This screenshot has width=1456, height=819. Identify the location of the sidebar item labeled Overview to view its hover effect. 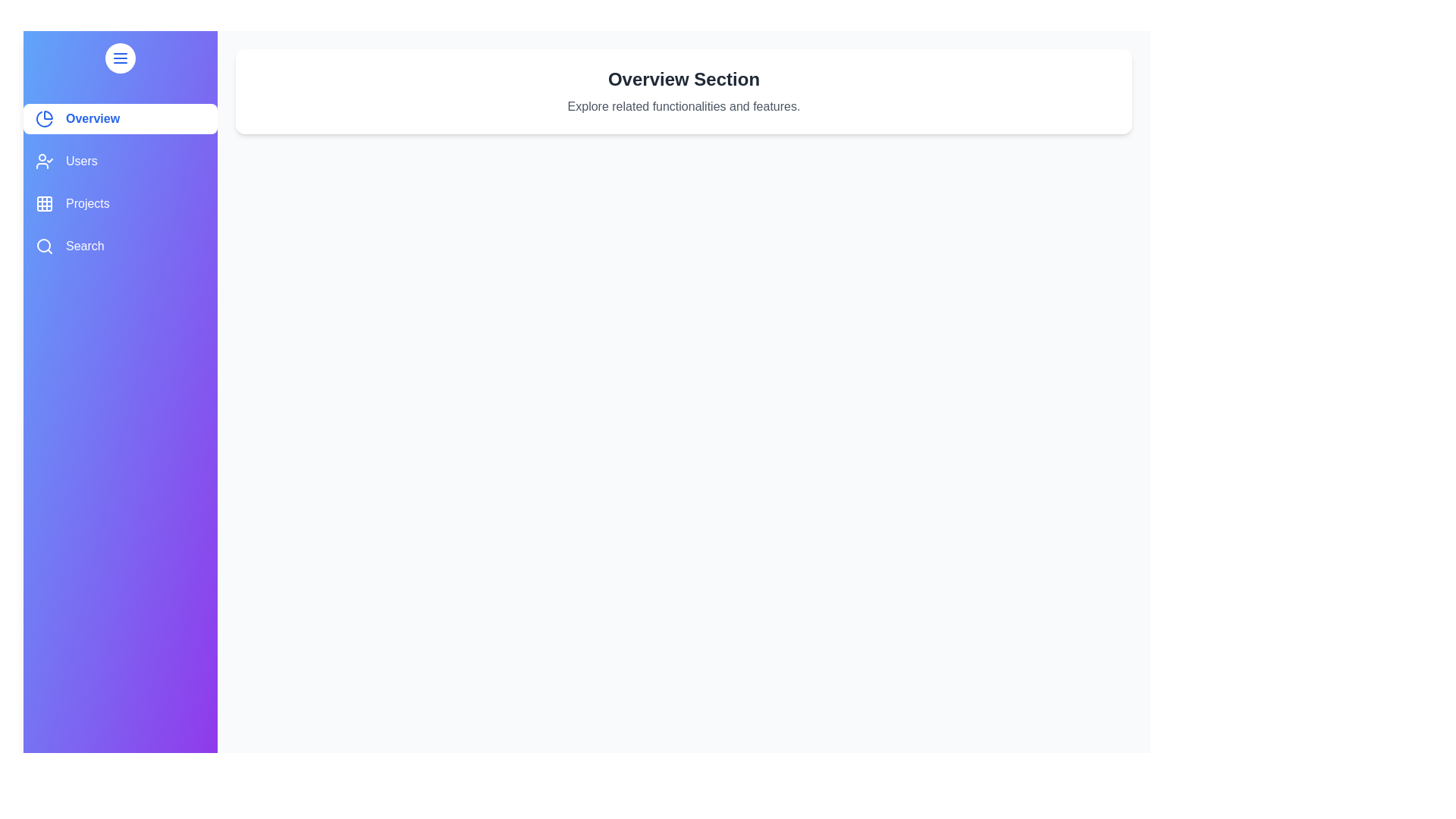
(119, 118).